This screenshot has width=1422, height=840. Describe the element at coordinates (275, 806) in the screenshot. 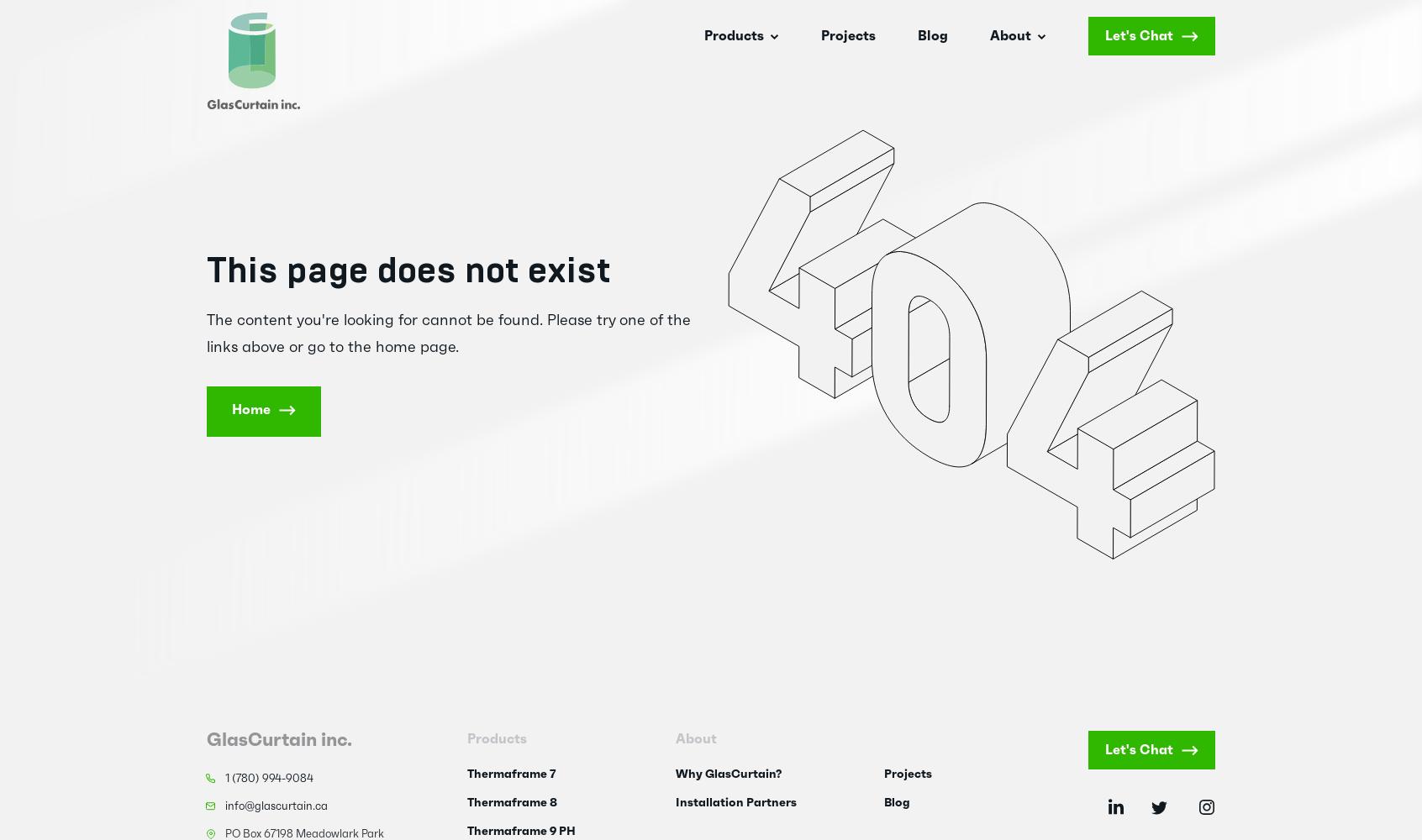

I see `'info@glascurtain.ca'` at that location.